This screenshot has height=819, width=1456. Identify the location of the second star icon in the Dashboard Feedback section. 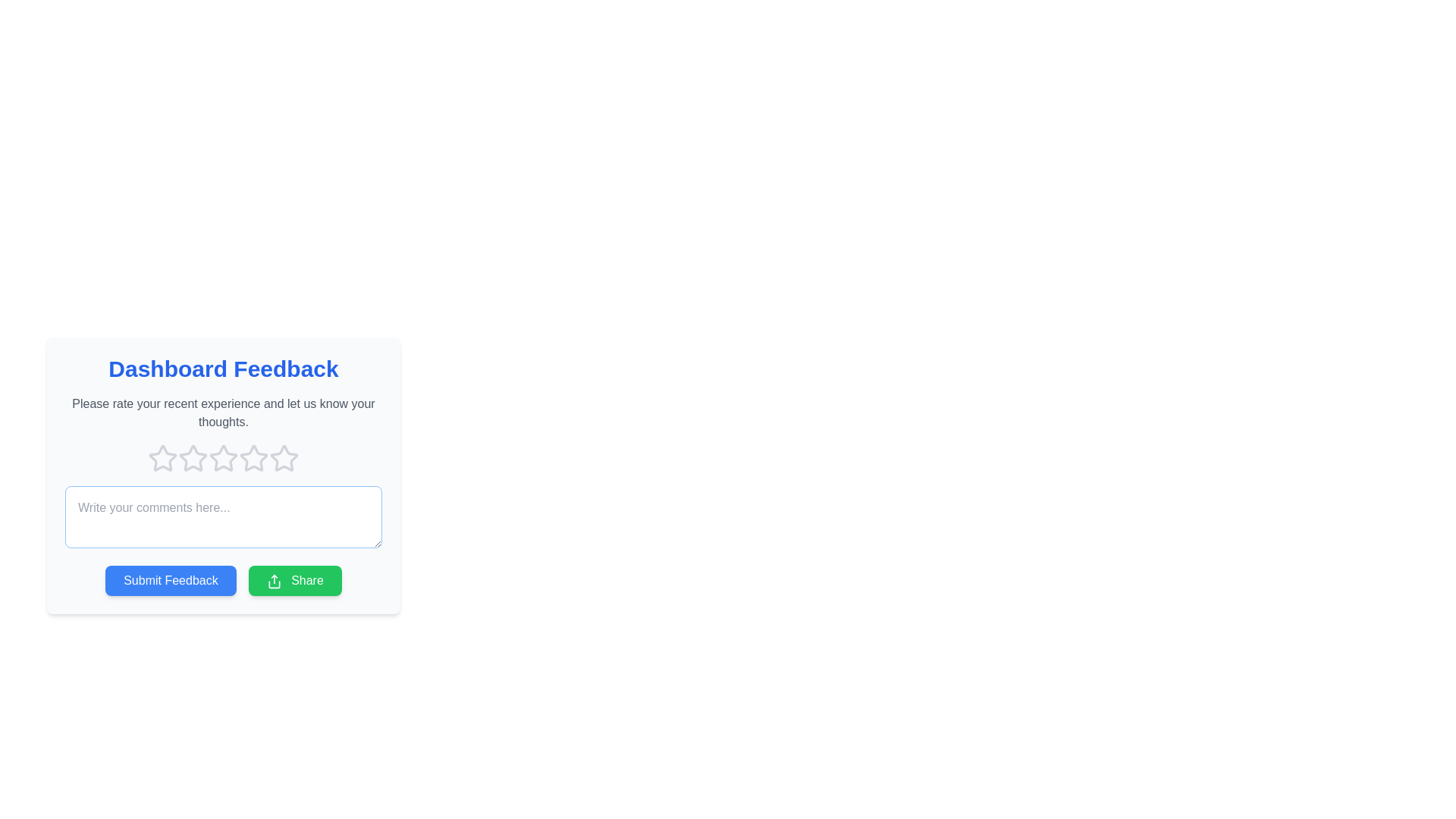
(192, 457).